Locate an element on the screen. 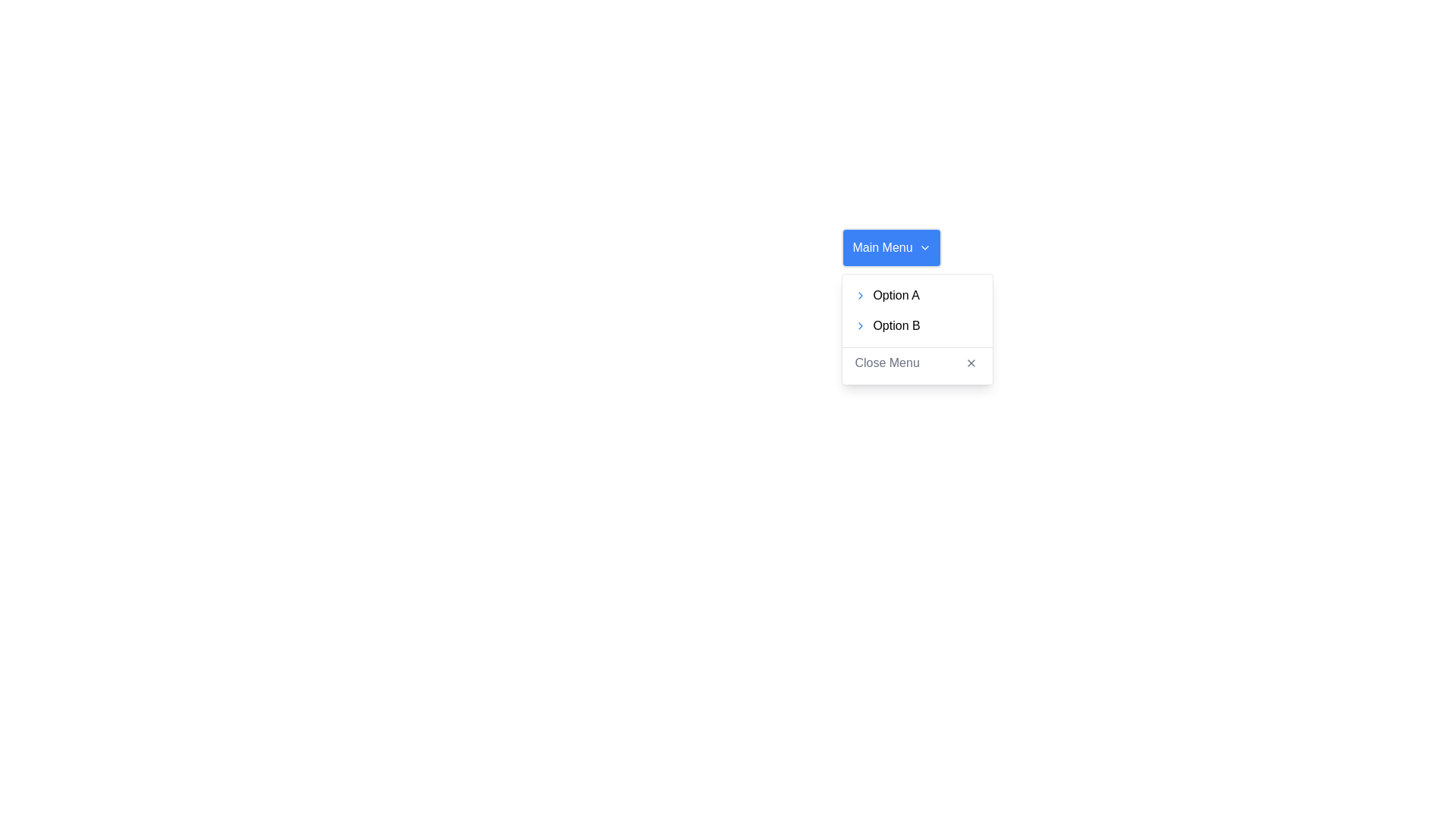  the close button for the dropdown menu, which is aligned to the right of the 'Close Menu' text is located at coordinates (971, 362).